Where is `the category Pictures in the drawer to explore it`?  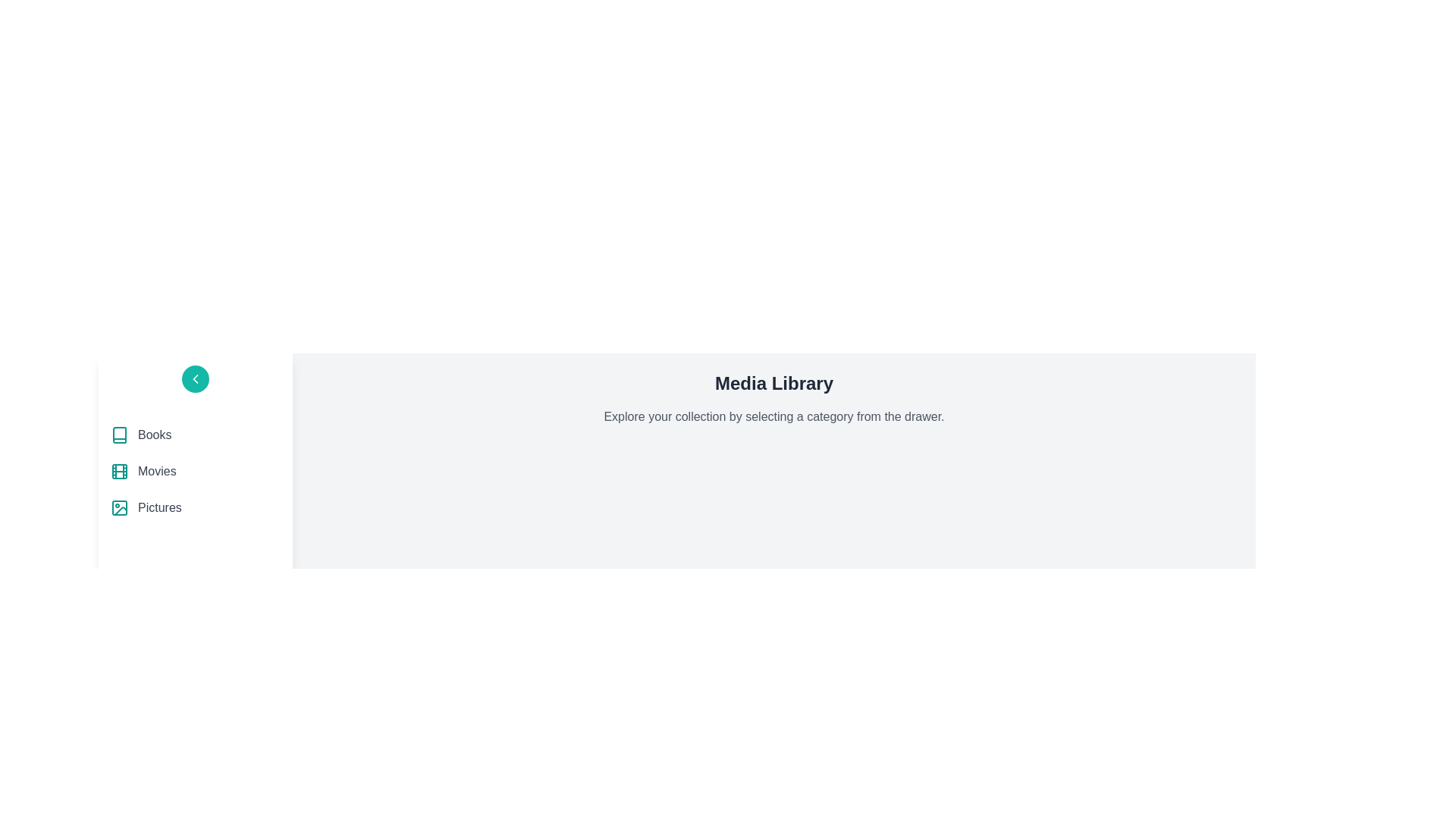 the category Pictures in the drawer to explore it is located at coordinates (195, 508).